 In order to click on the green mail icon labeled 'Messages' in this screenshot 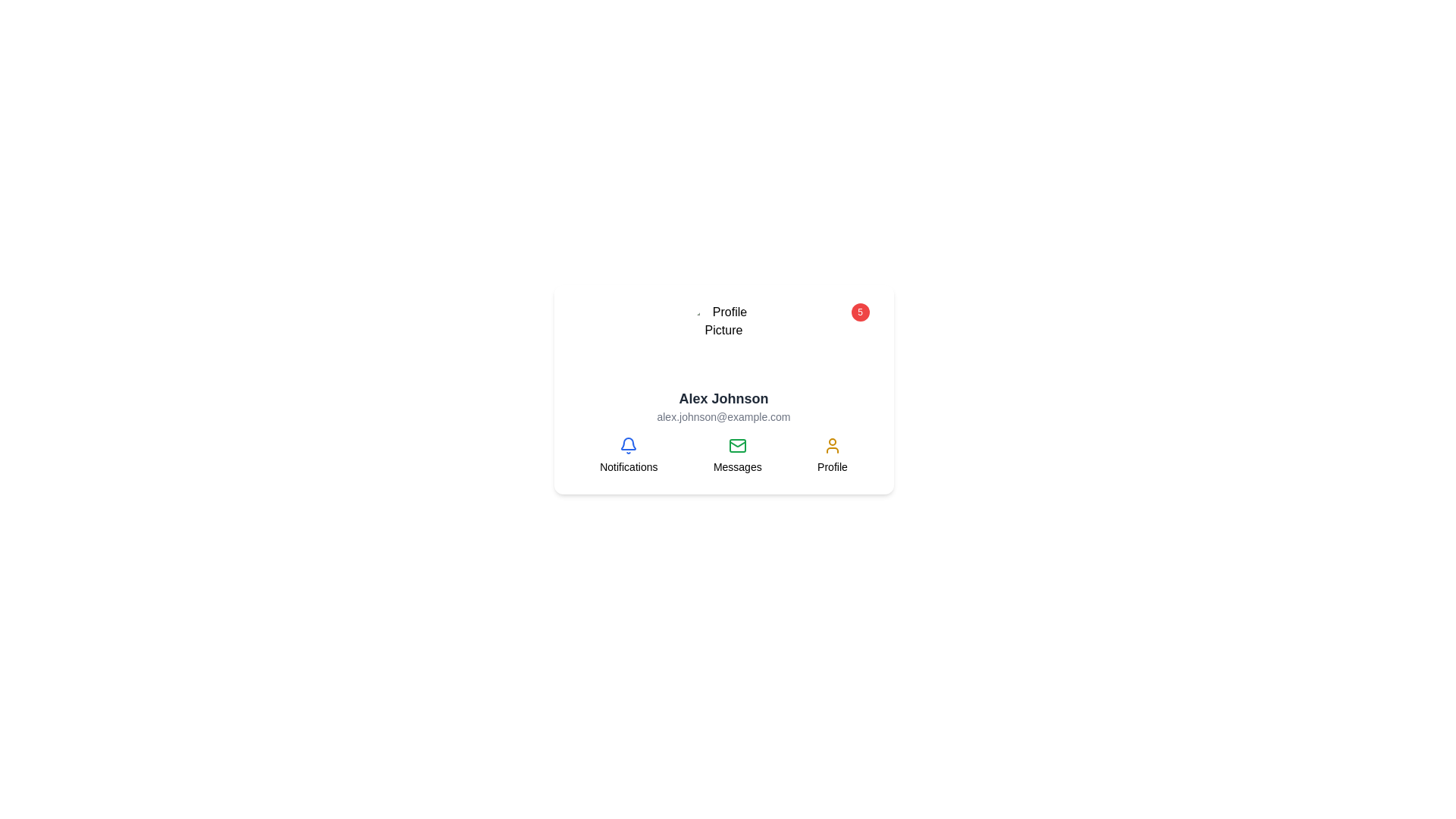, I will do `click(737, 455)`.